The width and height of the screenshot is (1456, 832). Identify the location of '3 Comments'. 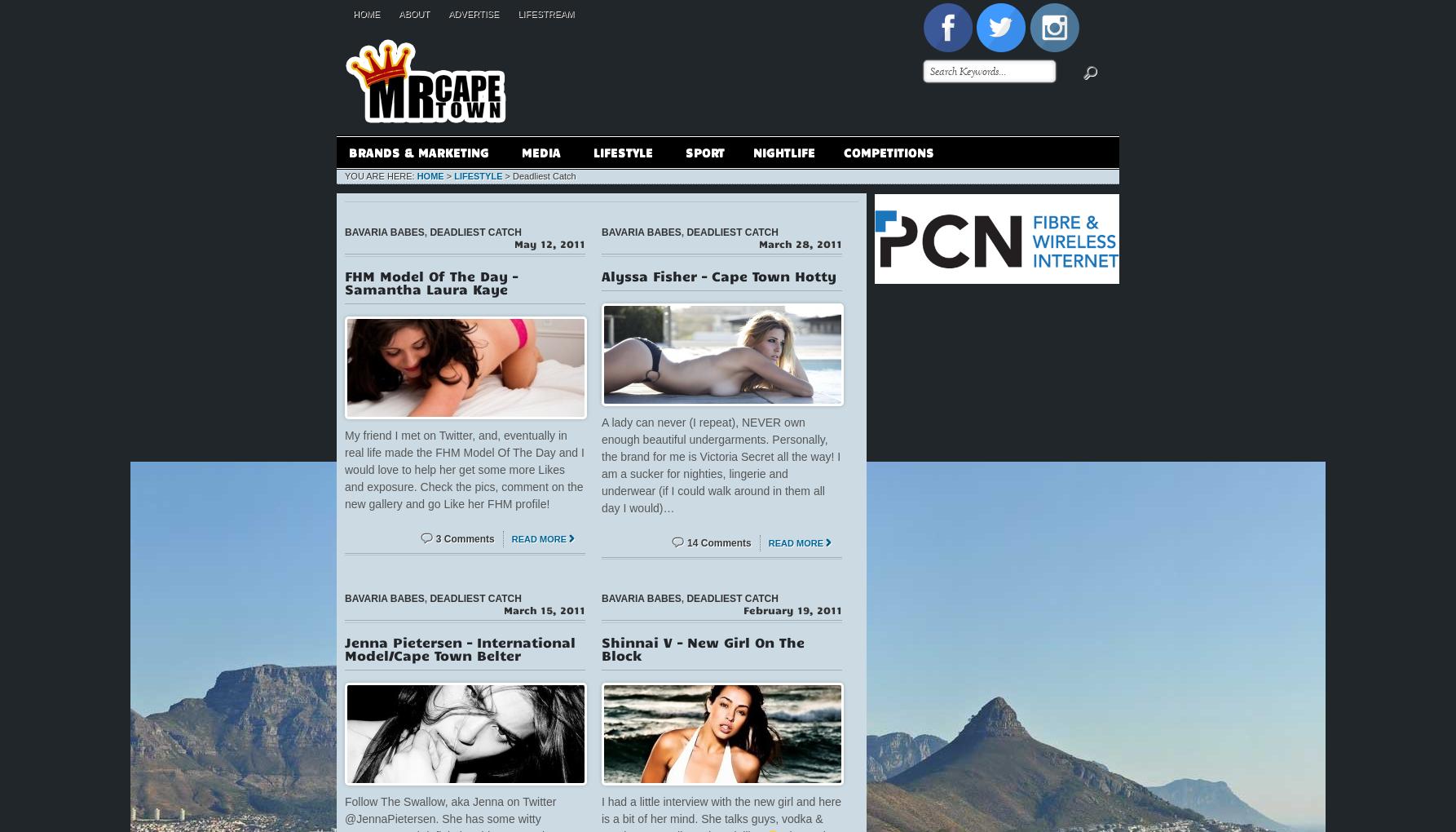
(463, 538).